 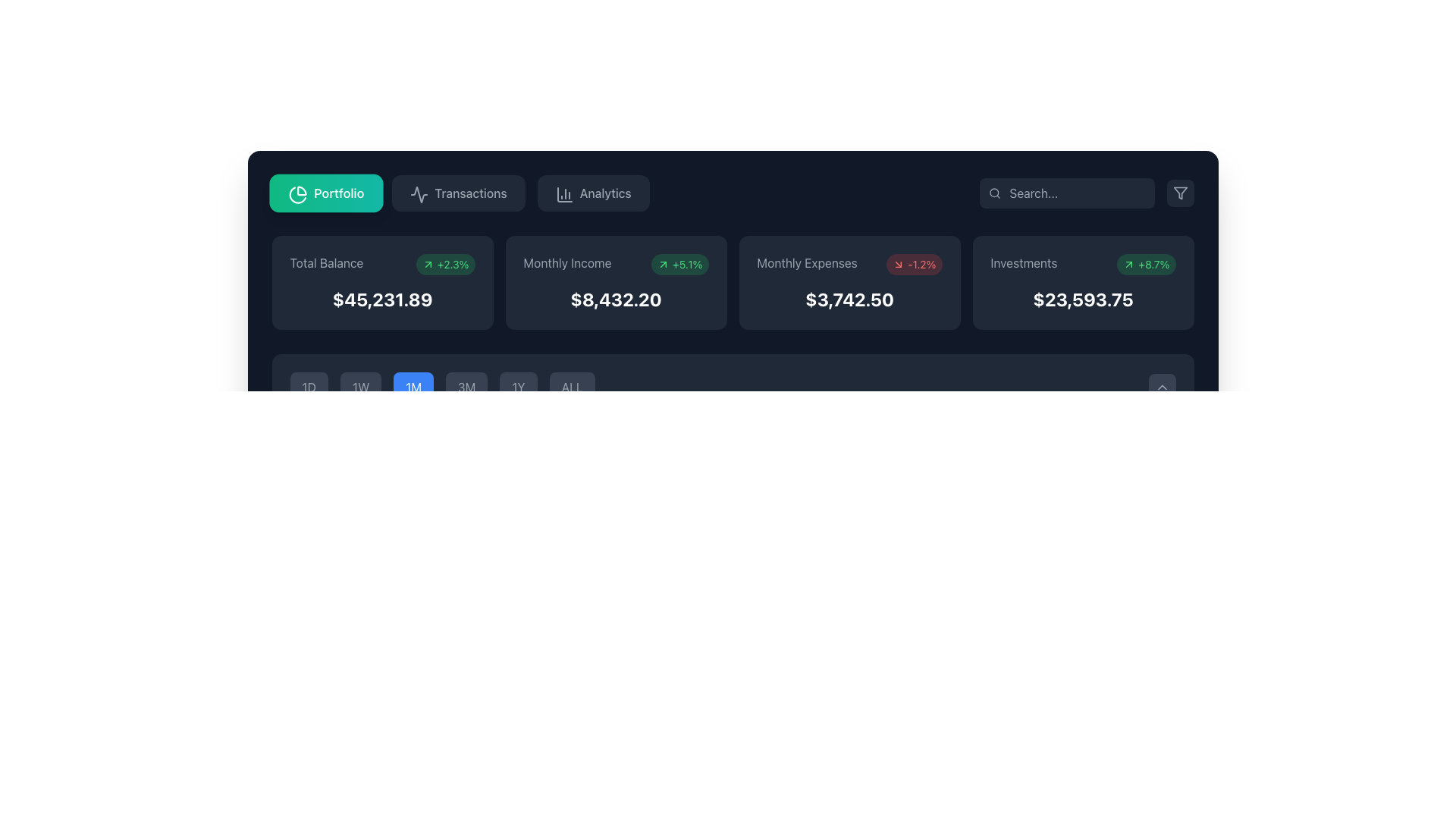 I want to click on the small capsule-shaped label with a green background and text '+2.3%' located in the top-right corner of the 'Total Balance' section on the dashboard, so click(x=444, y=263).